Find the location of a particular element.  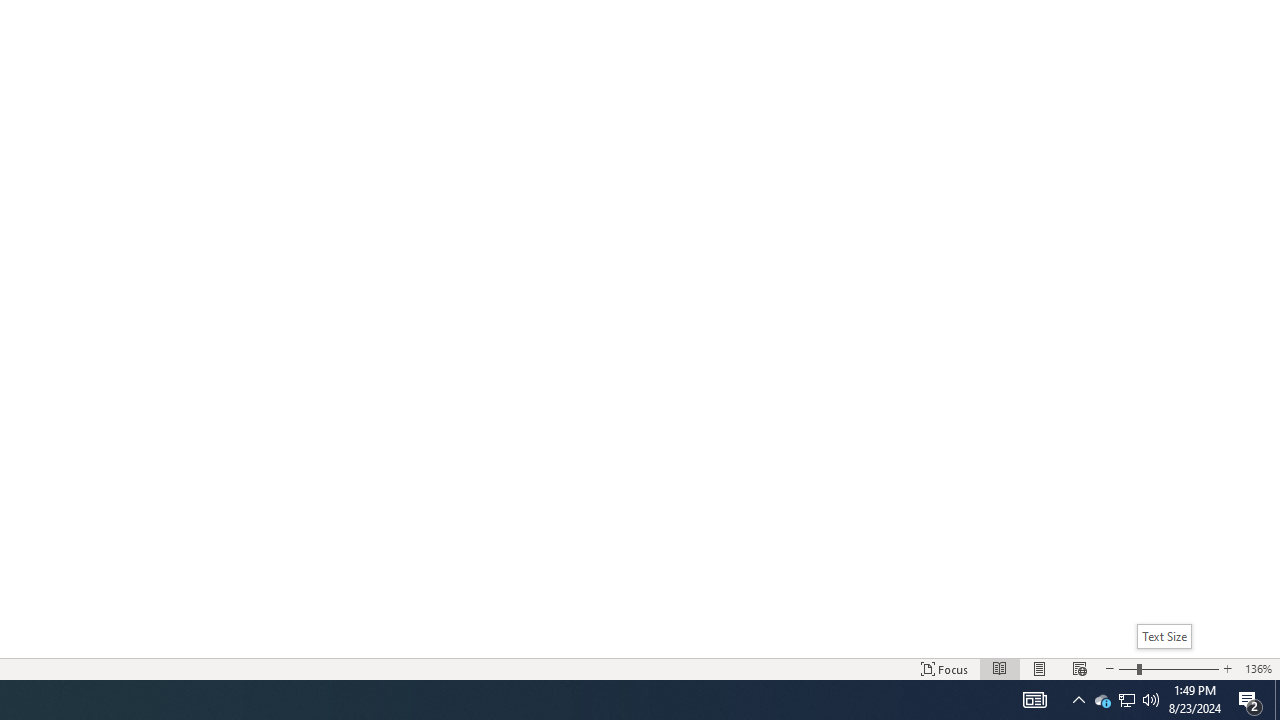

'Text Size' is located at coordinates (1168, 669).